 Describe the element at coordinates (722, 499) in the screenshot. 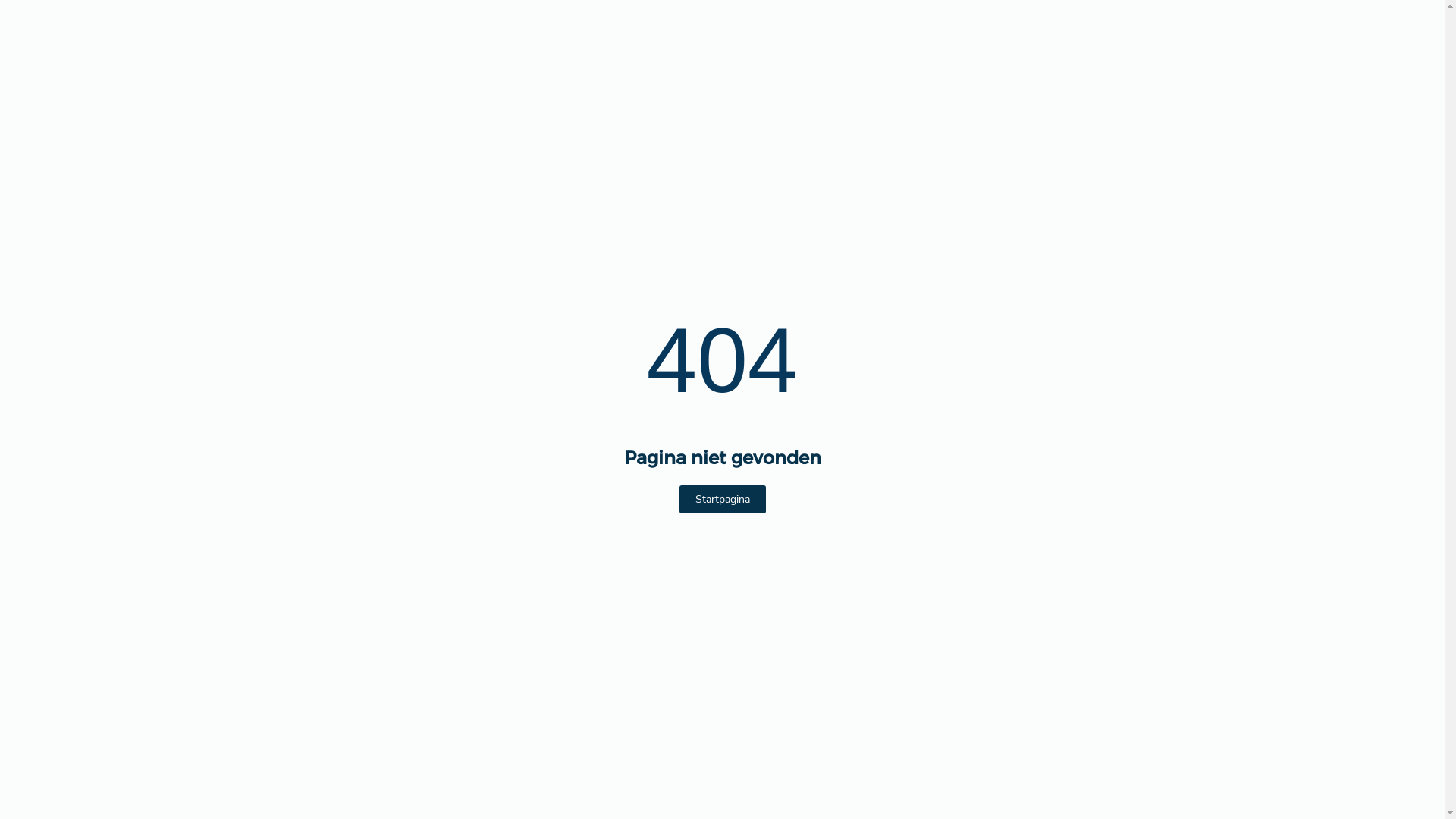

I see `'Startpagina'` at that location.